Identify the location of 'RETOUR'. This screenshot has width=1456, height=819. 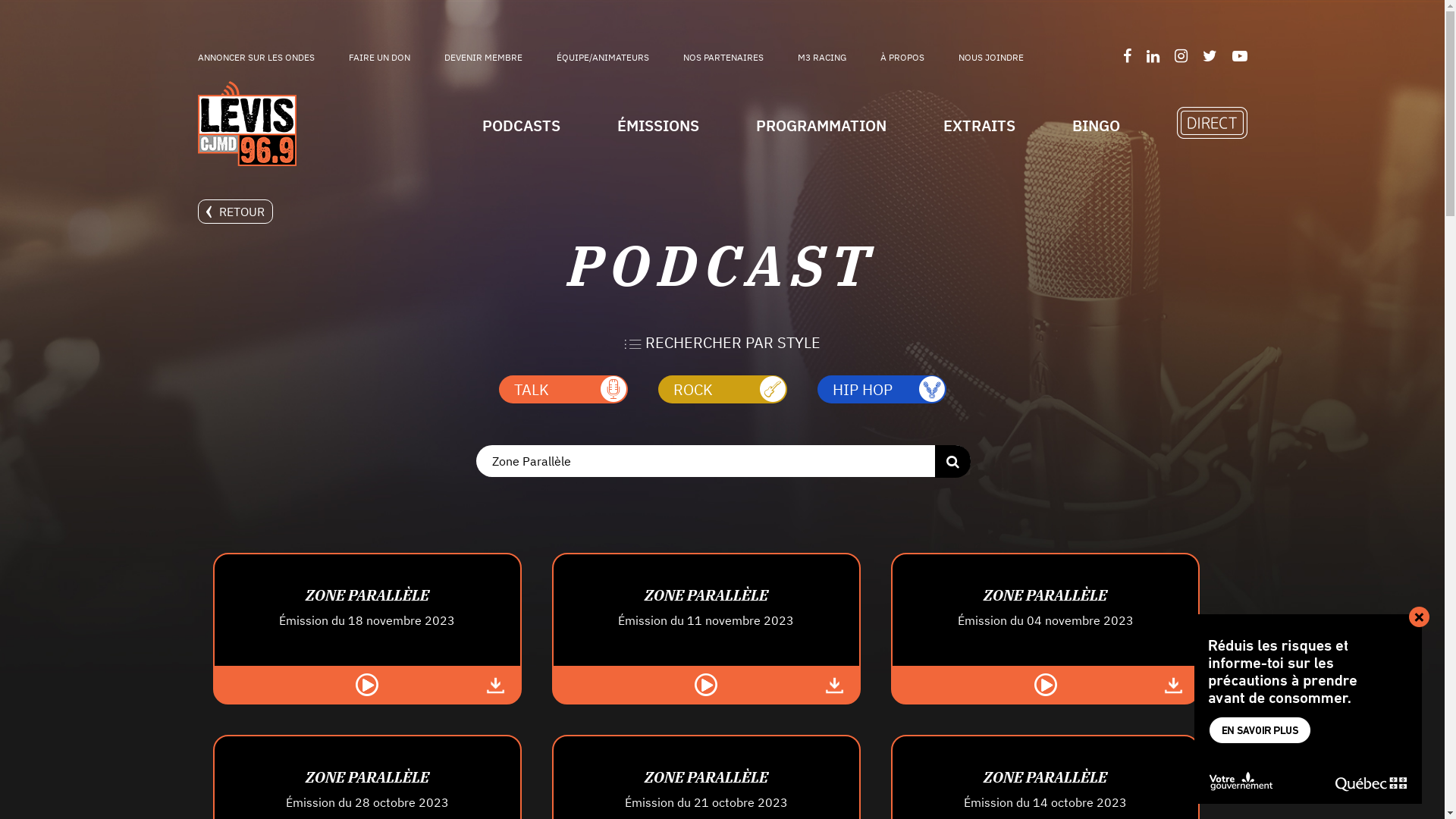
(234, 211).